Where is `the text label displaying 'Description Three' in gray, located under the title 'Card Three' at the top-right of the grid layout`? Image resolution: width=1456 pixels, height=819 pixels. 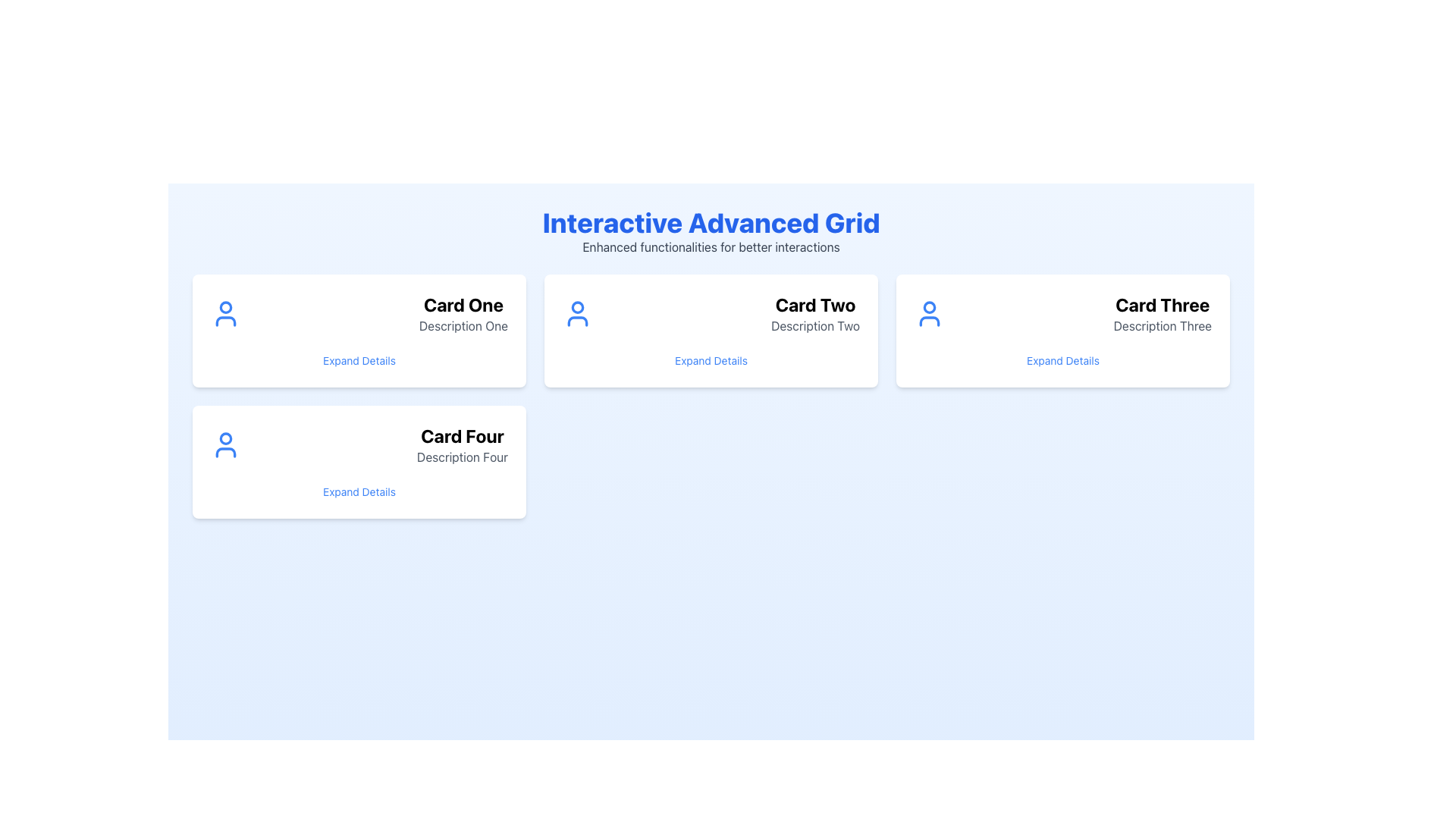
the text label displaying 'Description Three' in gray, located under the title 'Card Three' at the top-right of the grid layout is located at coordinates (1162, 325).